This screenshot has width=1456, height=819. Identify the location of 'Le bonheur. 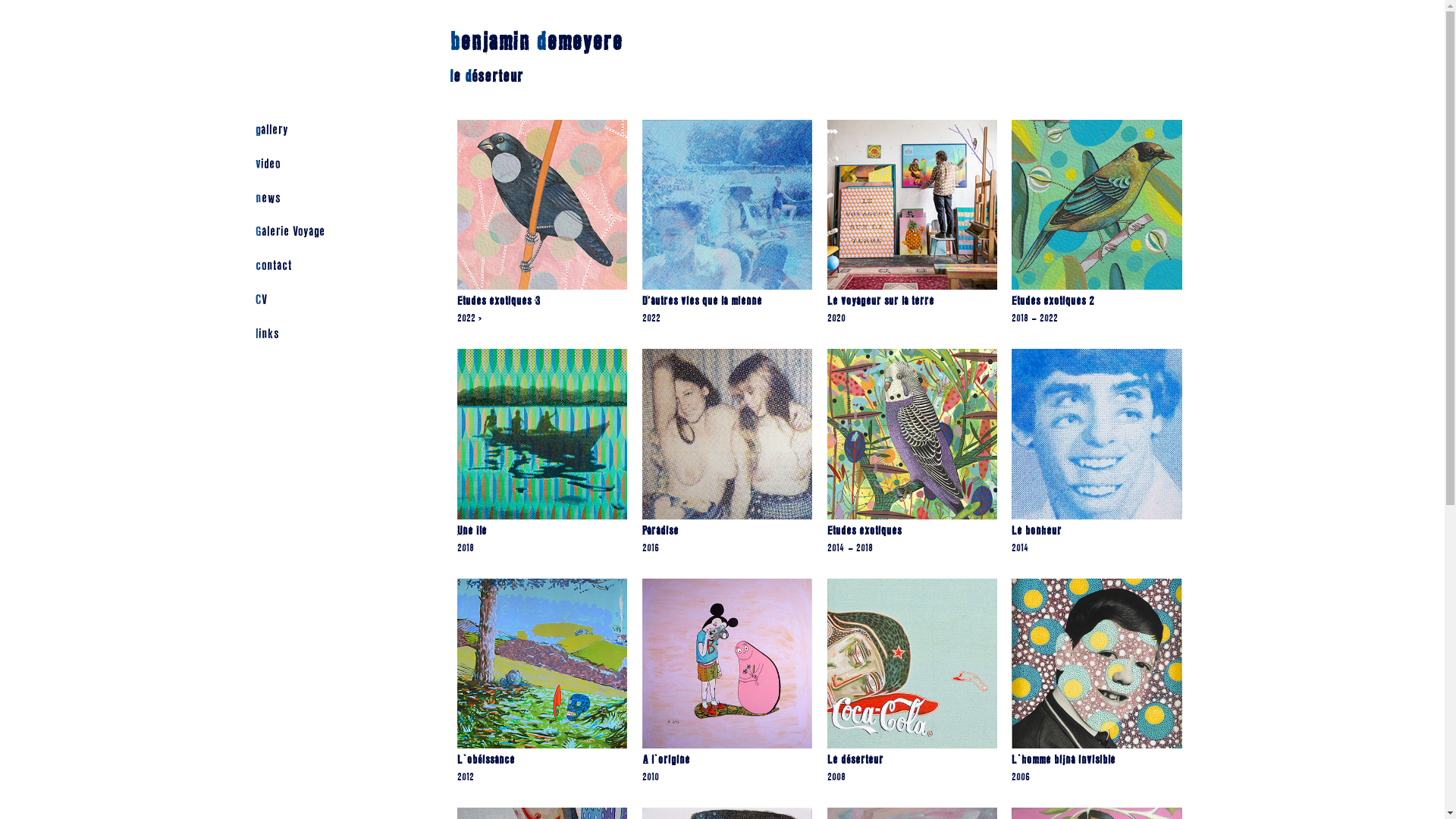
(1096, 456).